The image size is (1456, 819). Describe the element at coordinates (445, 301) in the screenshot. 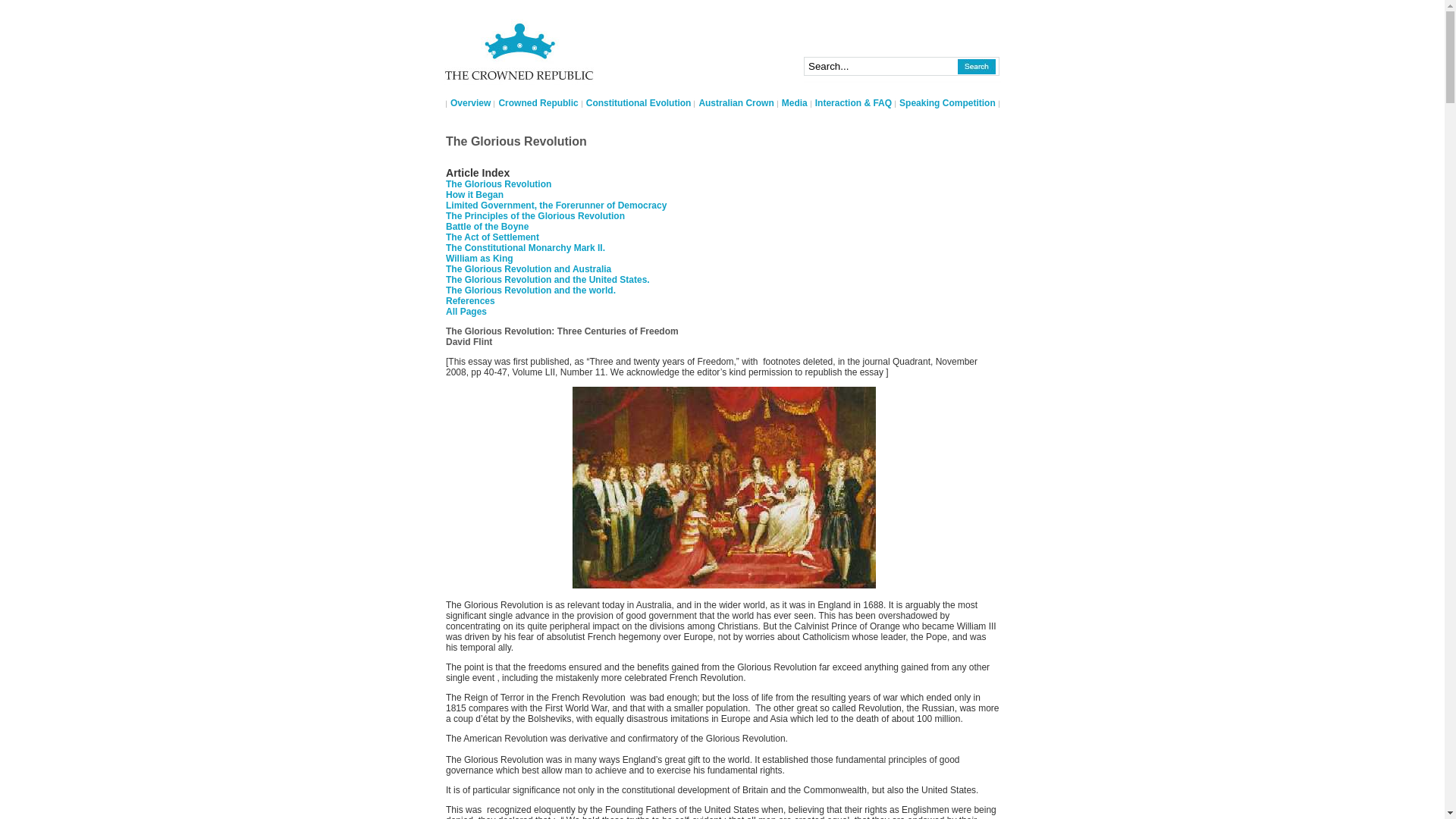

I see `'References'` at that location.